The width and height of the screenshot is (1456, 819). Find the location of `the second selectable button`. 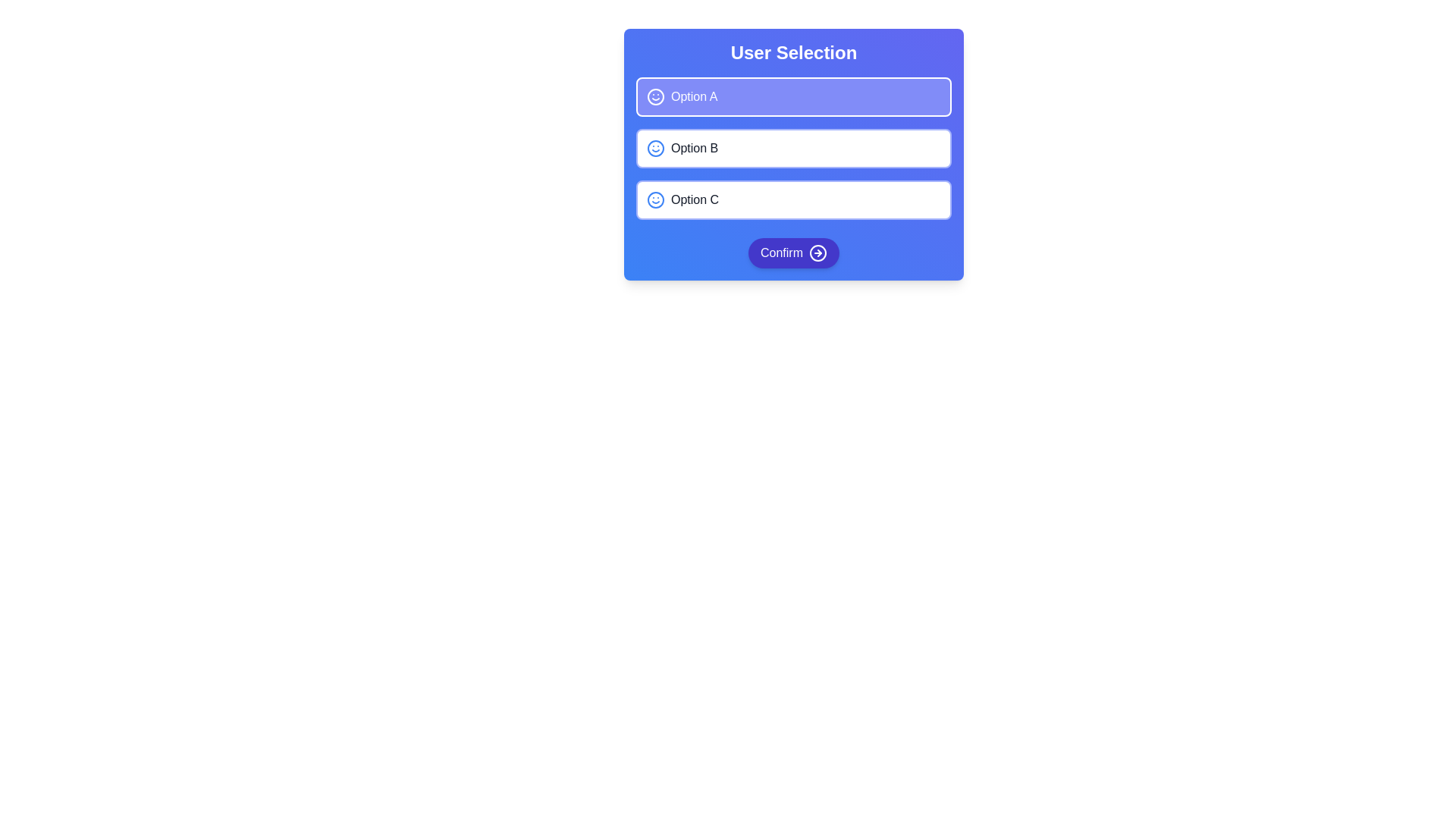

the second selectable button is located at coordinates (792, 155).